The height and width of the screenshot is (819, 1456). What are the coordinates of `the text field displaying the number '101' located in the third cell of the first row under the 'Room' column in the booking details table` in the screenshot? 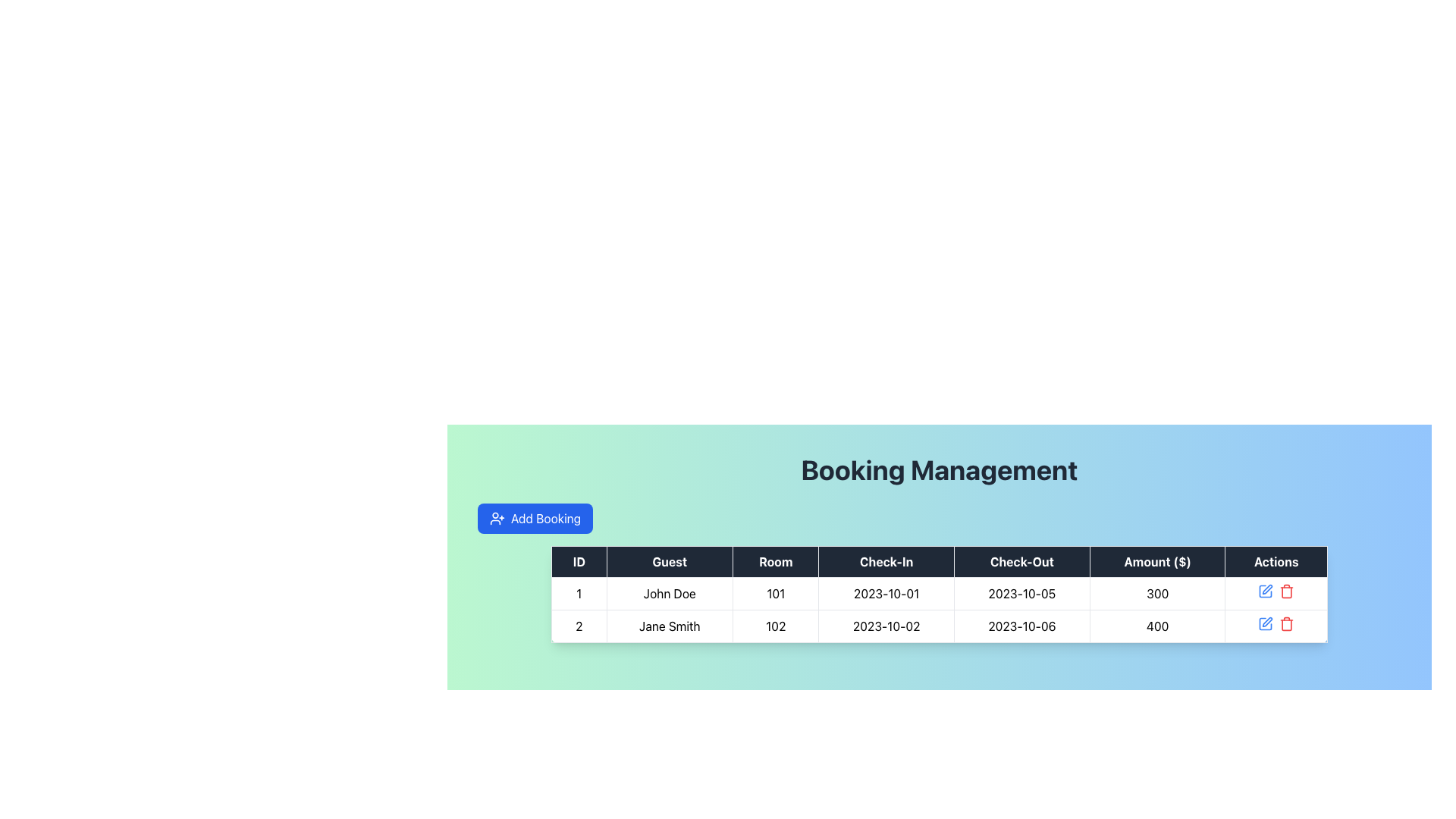 It's located at (776, 593).